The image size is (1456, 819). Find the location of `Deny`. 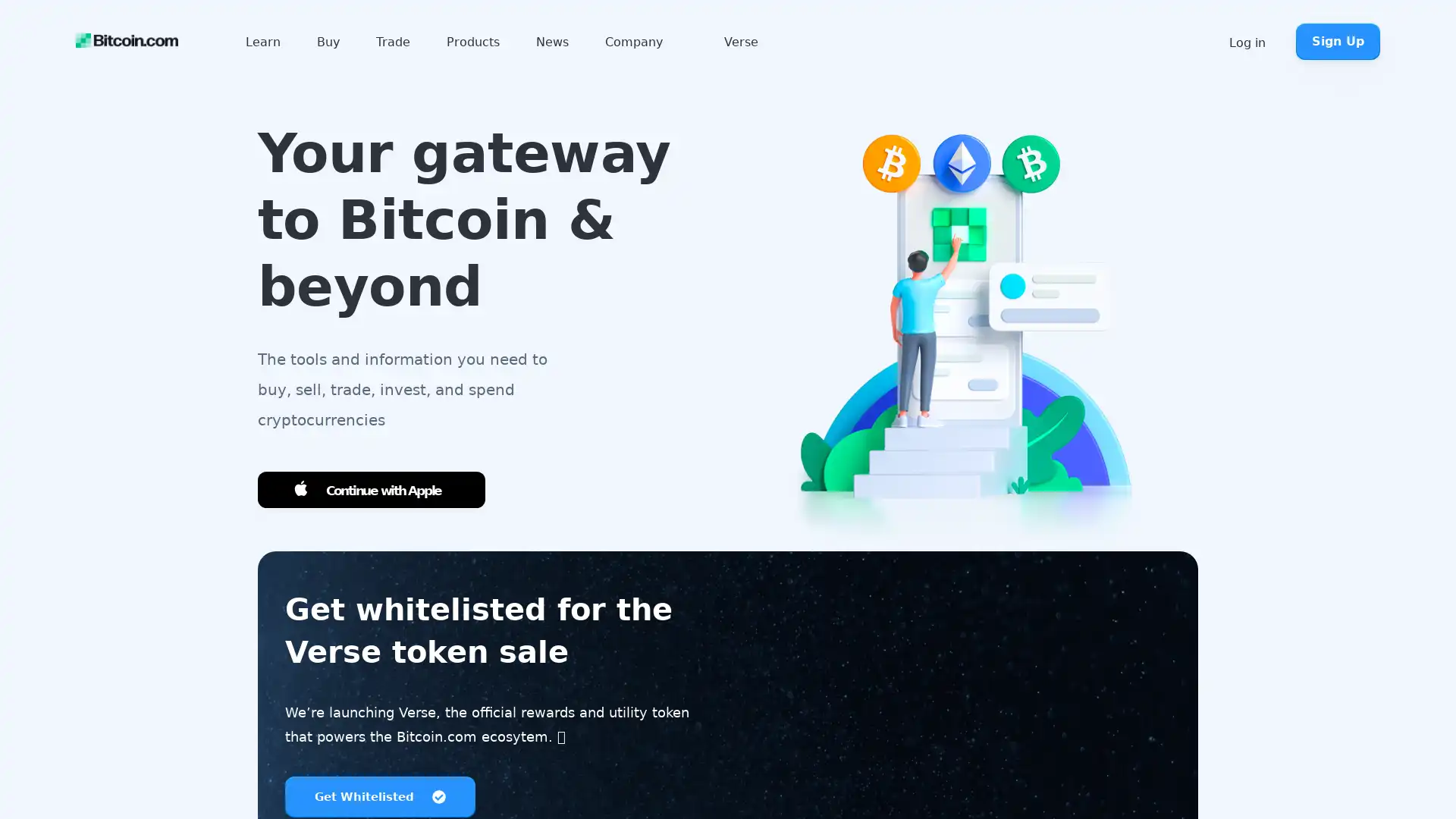

Deny is located at coordinates (1376, 774).